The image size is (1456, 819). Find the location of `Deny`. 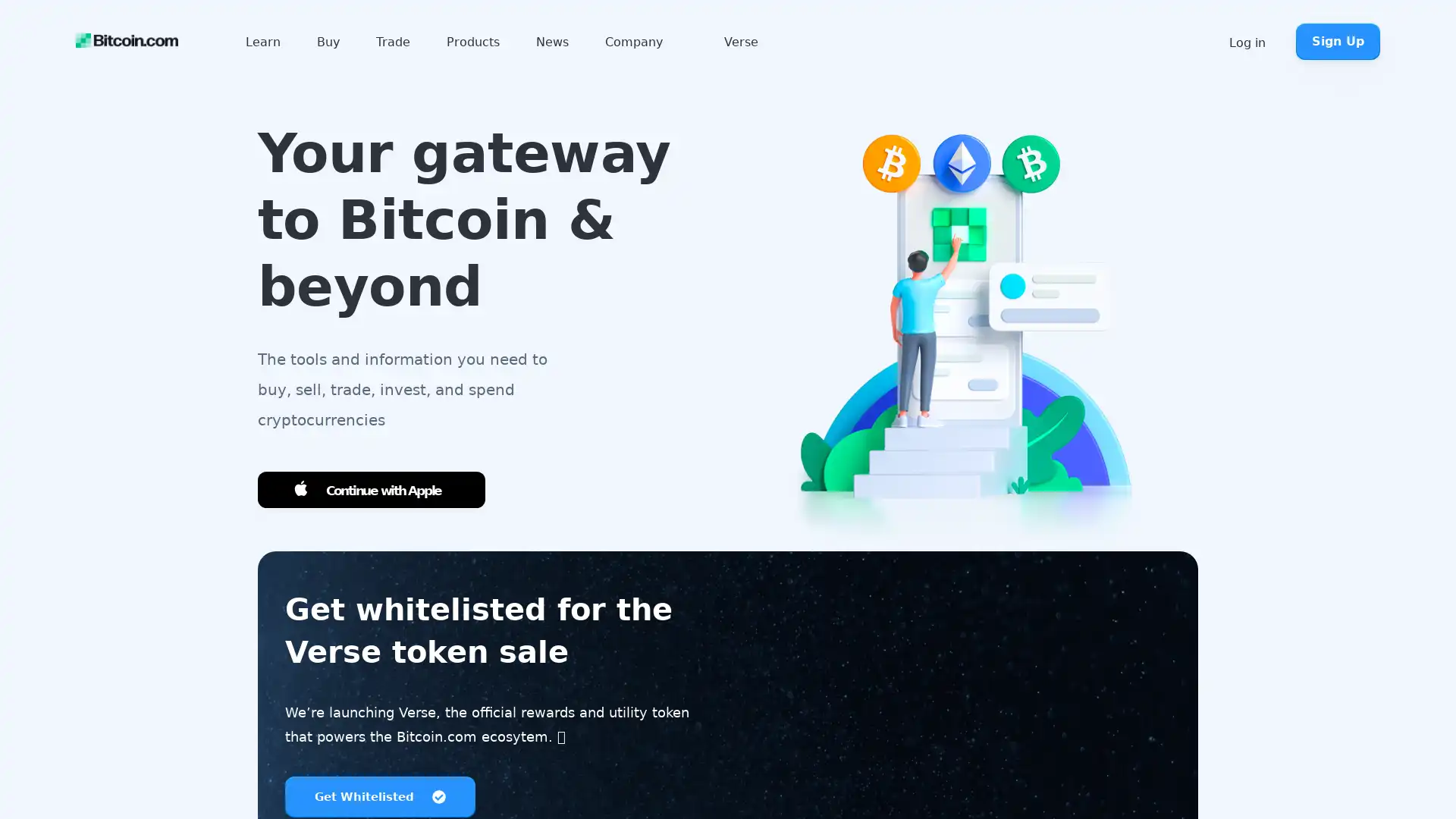

Deny is located at coordinates (1376, 774).